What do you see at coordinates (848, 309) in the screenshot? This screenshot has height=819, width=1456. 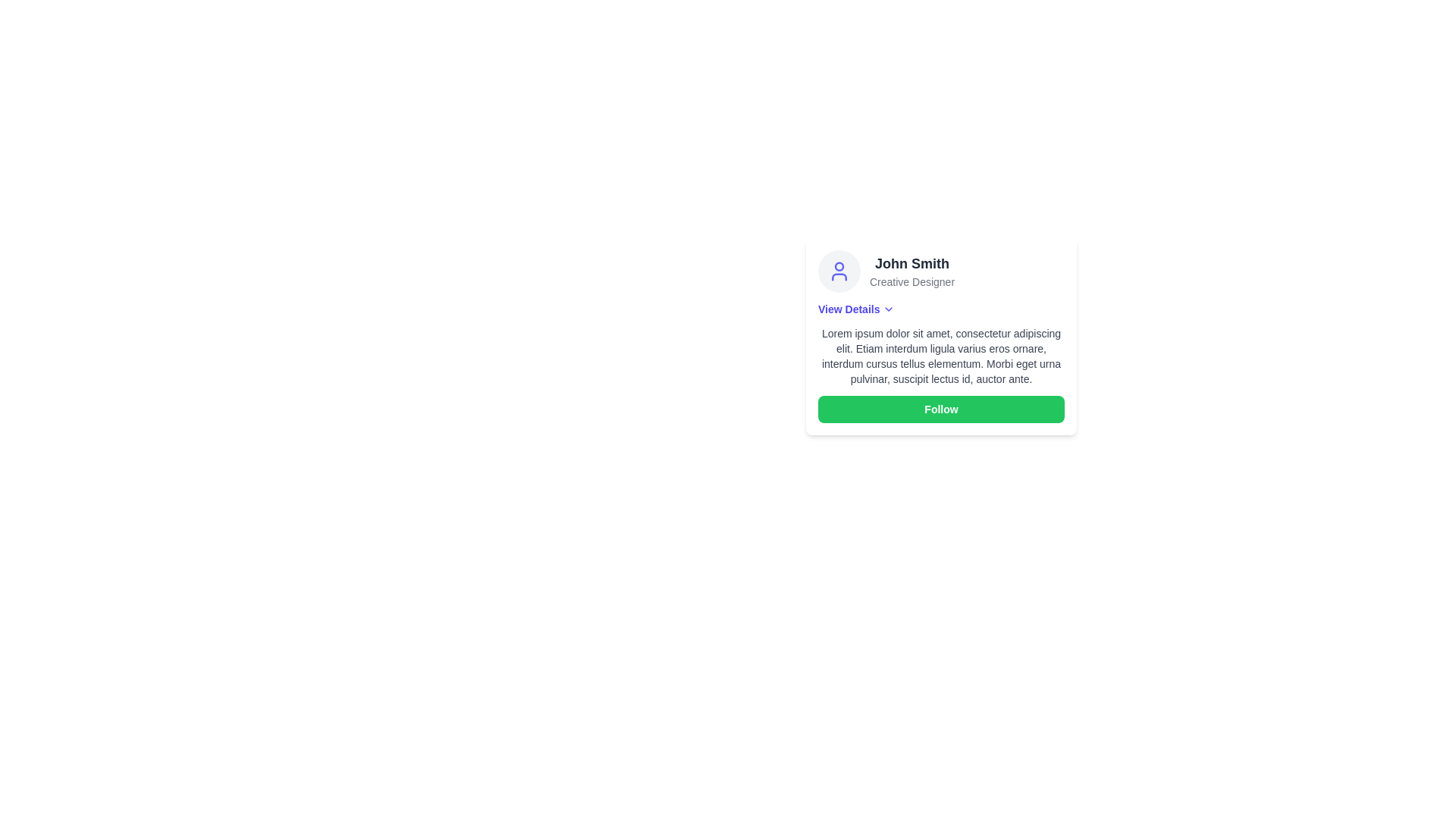 I see `the bold blue text label 'View Details'` at bounding box center [848, 309].